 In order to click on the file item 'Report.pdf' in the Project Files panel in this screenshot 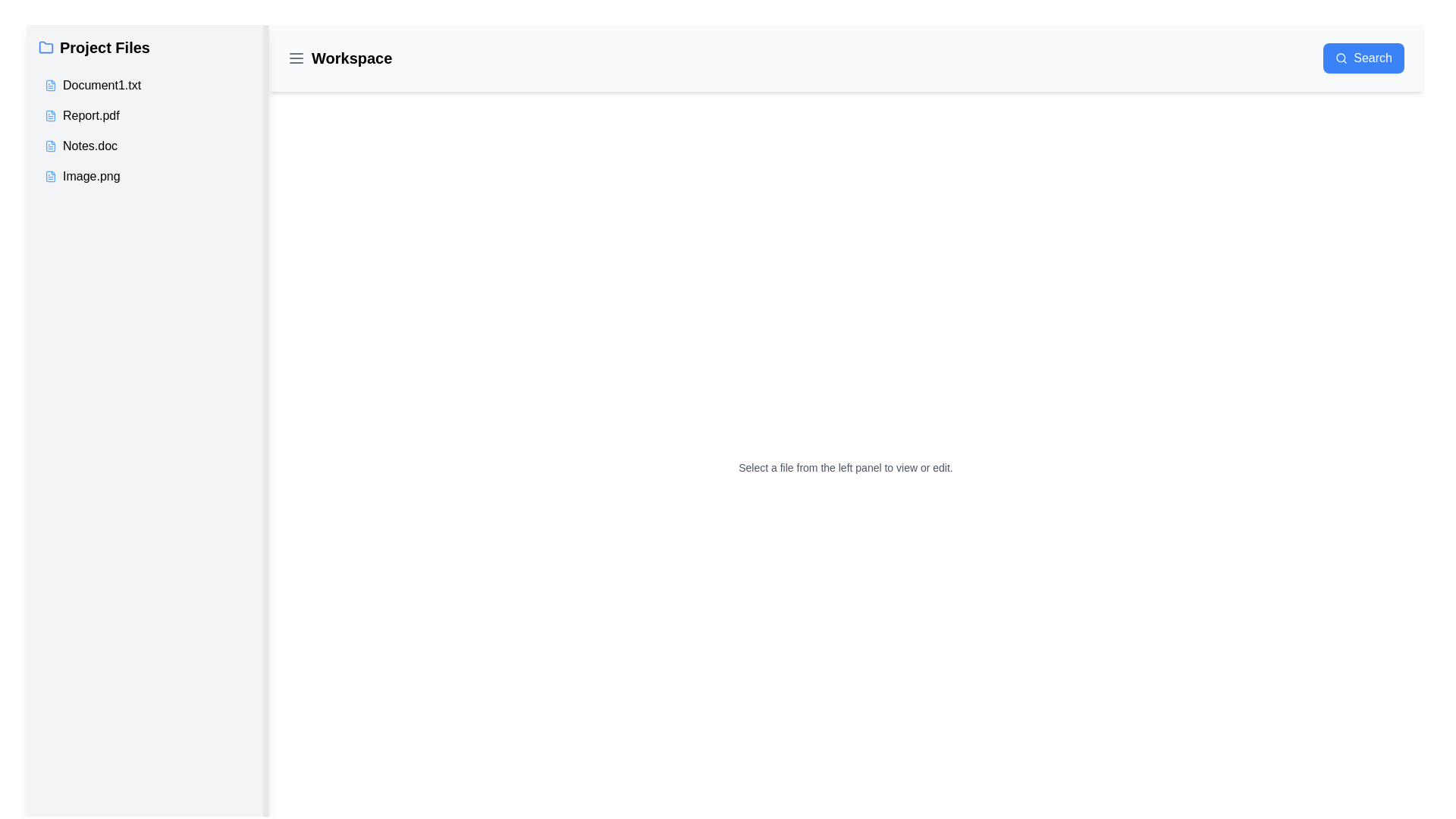, I will do `click(148, 113)`.